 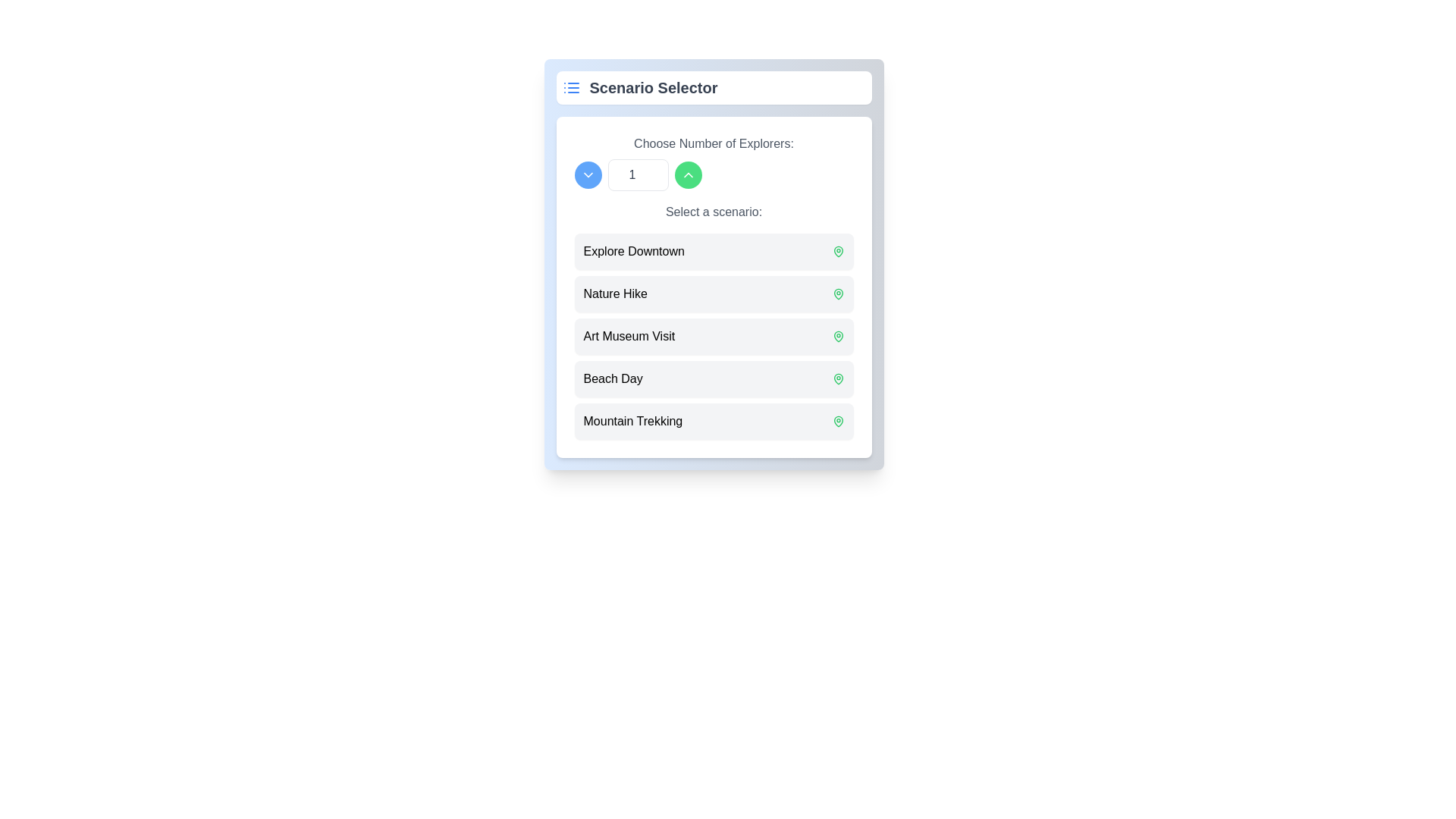 What do you see at coordinates (713, 212) in the screenshot?
I see `the text label that reads 'Select a scenario:', which is styled in gray and serves as a subheading for the selection options below` at bounding box center [713, 212].